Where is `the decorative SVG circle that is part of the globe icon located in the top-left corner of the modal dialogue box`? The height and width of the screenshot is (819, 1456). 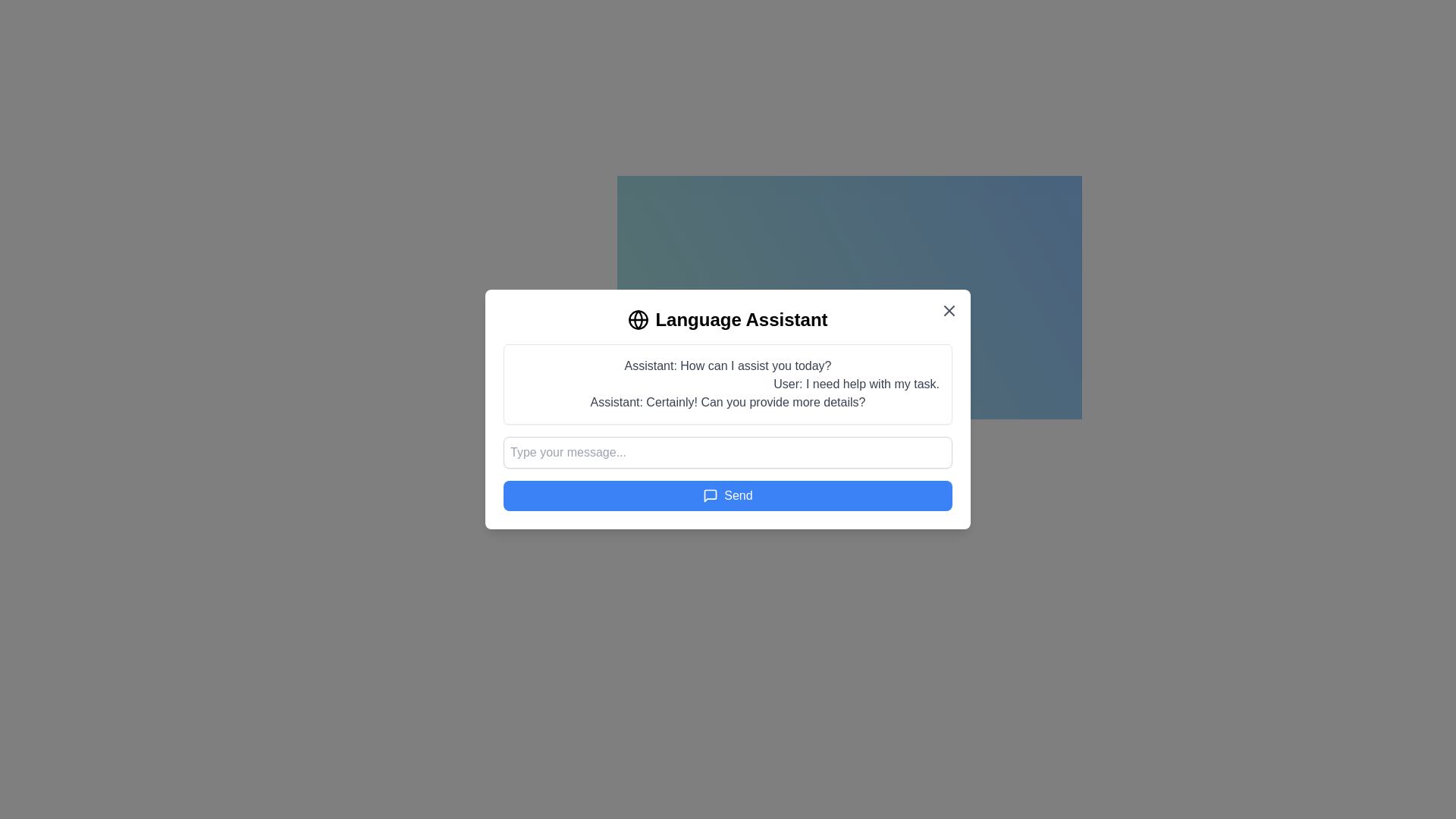 the decorative SVG circle that is part of the globe icon located in the top-left corner of the modal dialogue box is located at coordinates (639, 318).